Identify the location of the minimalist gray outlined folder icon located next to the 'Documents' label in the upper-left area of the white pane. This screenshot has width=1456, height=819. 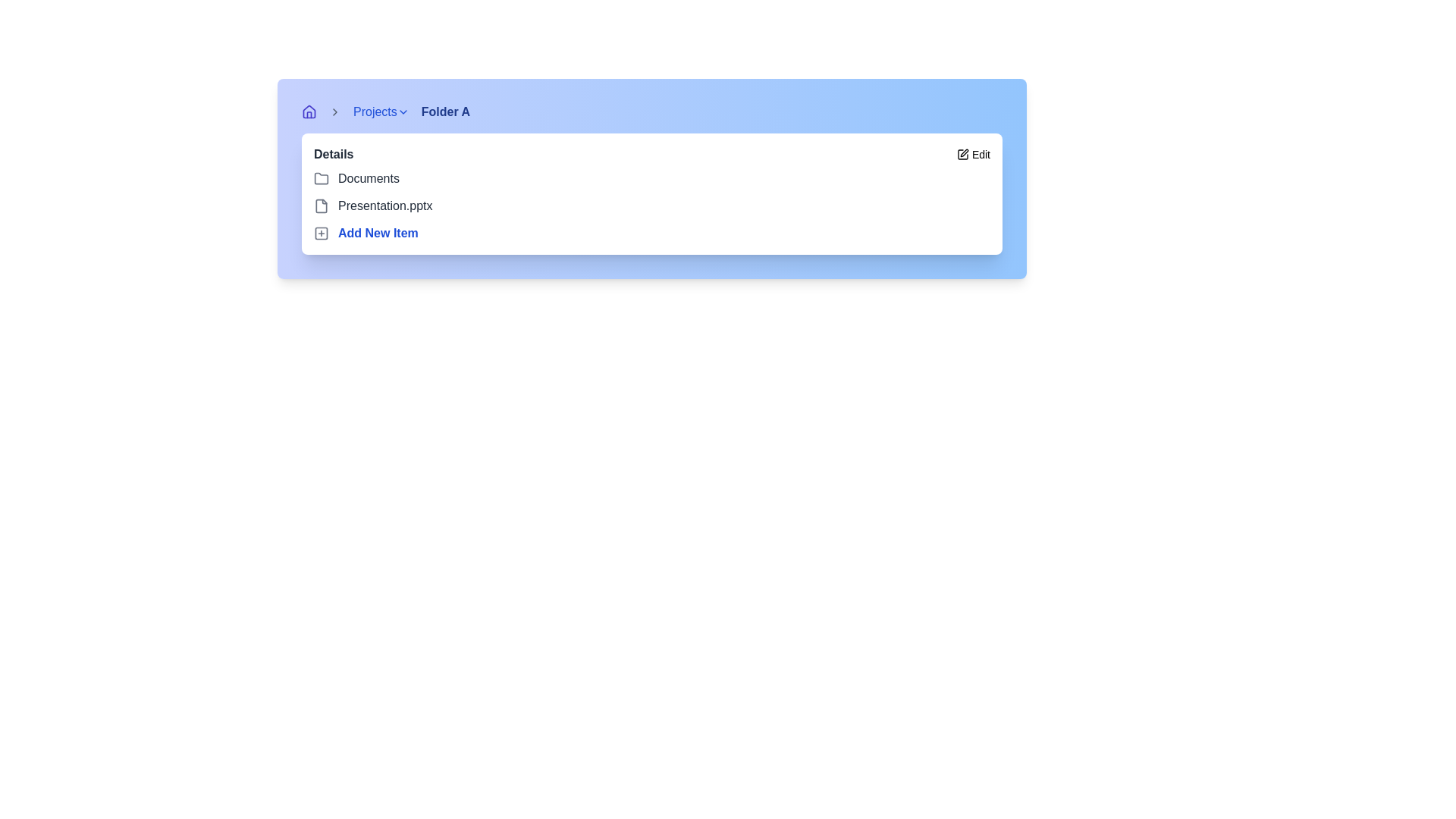
(320, 177).